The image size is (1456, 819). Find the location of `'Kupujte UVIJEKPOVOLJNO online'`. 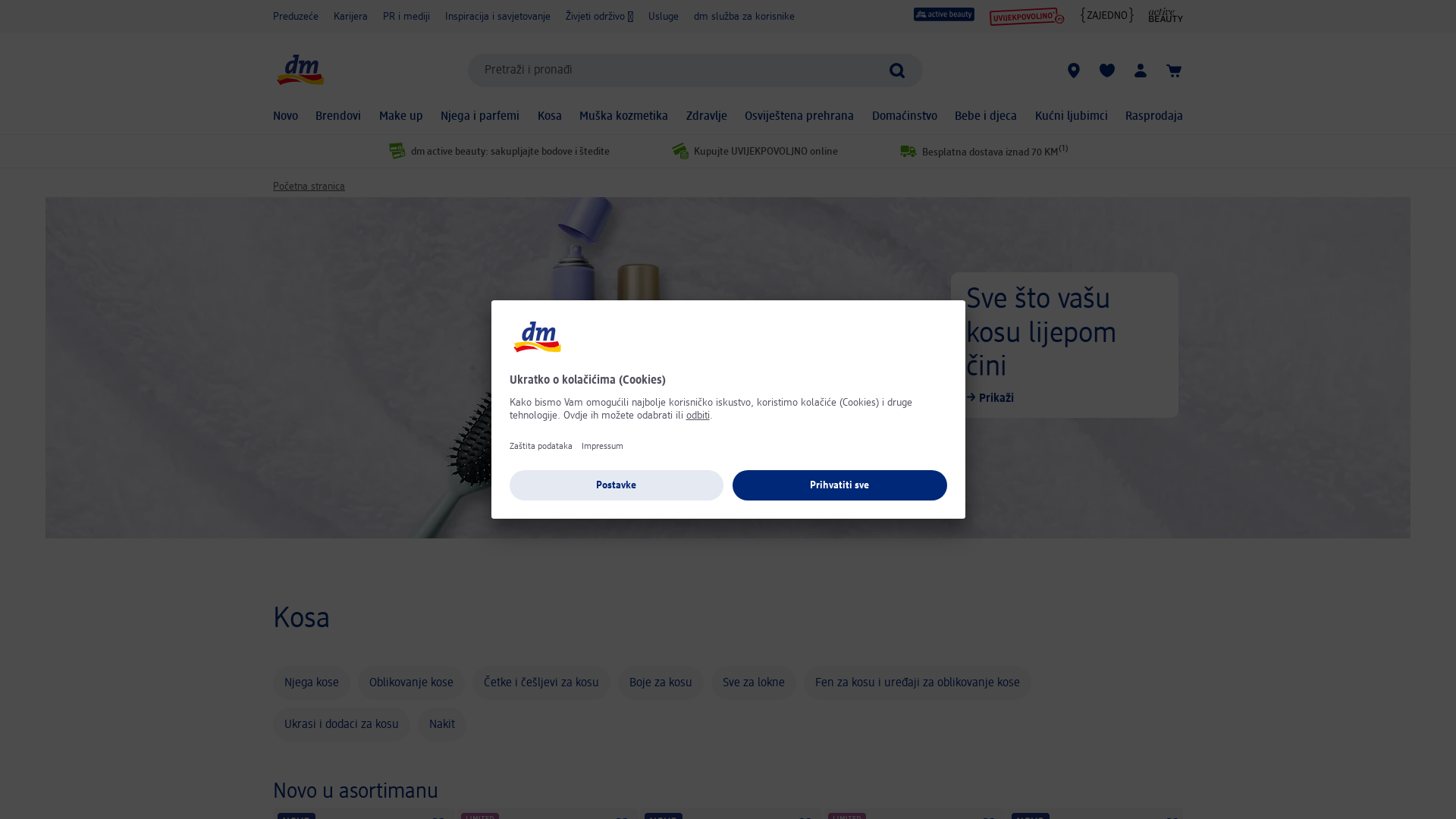

'Kupujte UVIJEKPOVOLJNO online' is located at coordinates (748, 151).